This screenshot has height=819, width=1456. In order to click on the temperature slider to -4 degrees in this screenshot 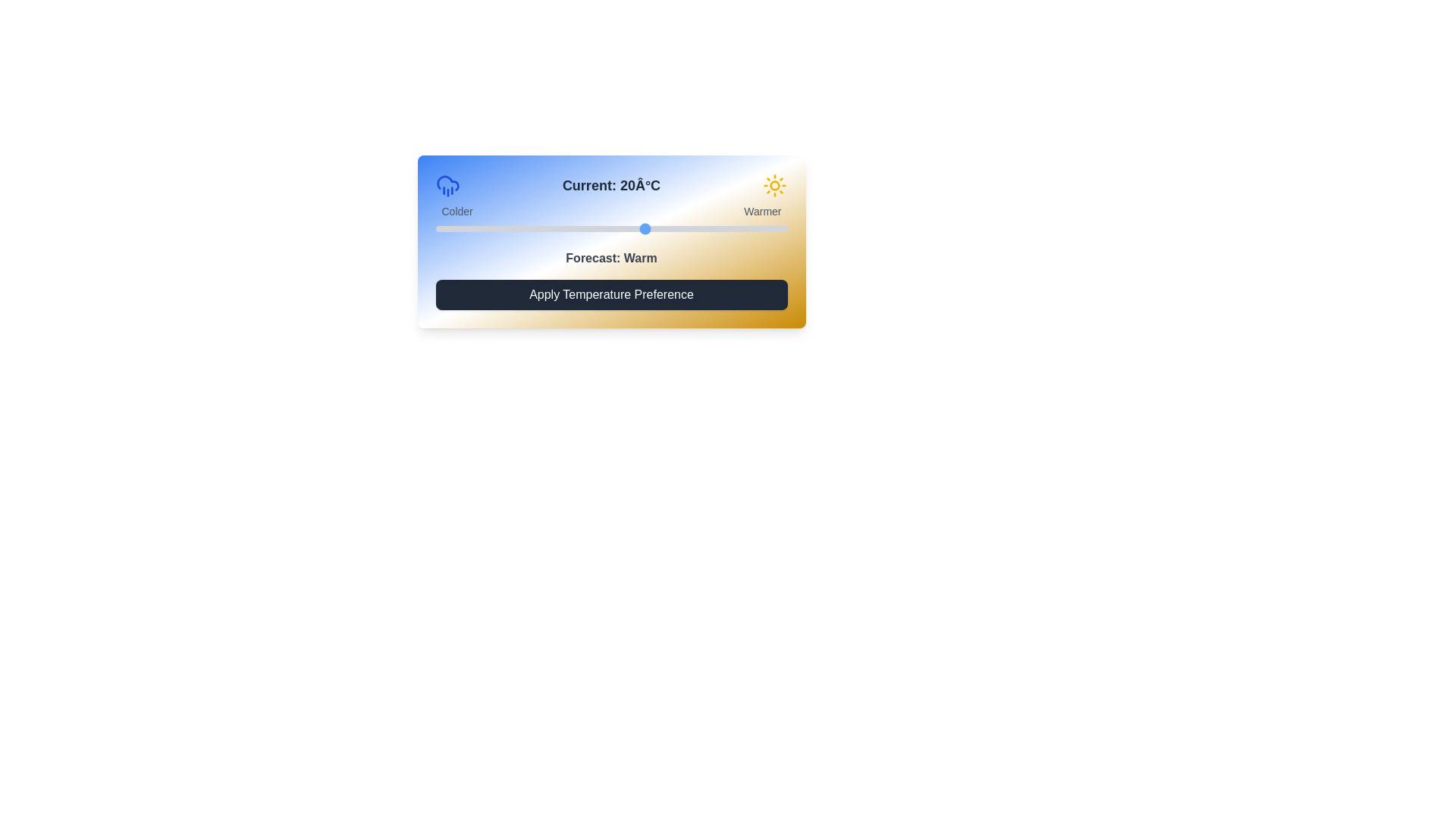, I will do `click(477, 228)`.